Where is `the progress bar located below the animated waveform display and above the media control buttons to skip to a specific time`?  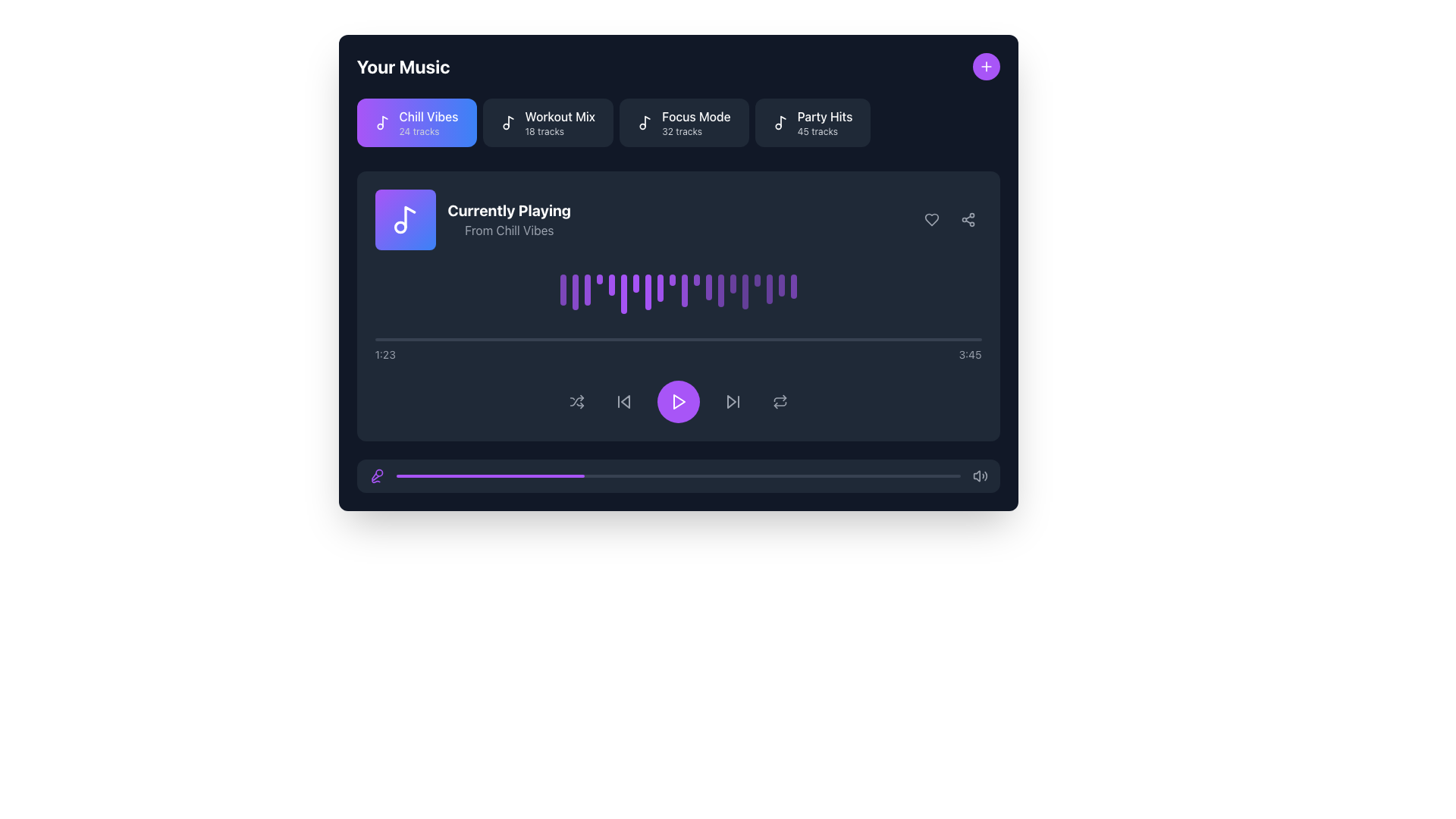 the progress bar located below the animated waveform display and above the media control buttons to skip to a specific time is located at coordinates (677, 350).